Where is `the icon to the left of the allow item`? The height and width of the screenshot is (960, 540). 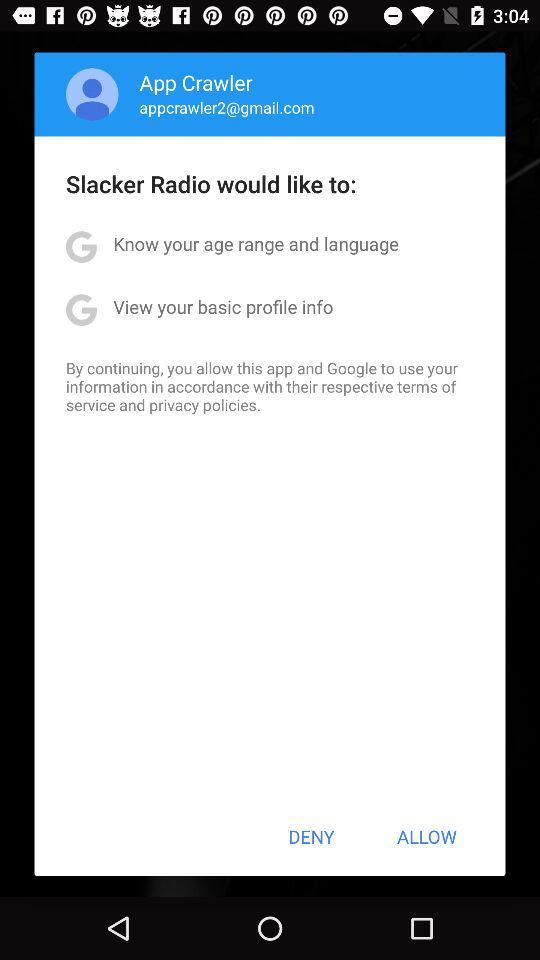 the icon to the left of the allow item is located at coordinates (311, 836).